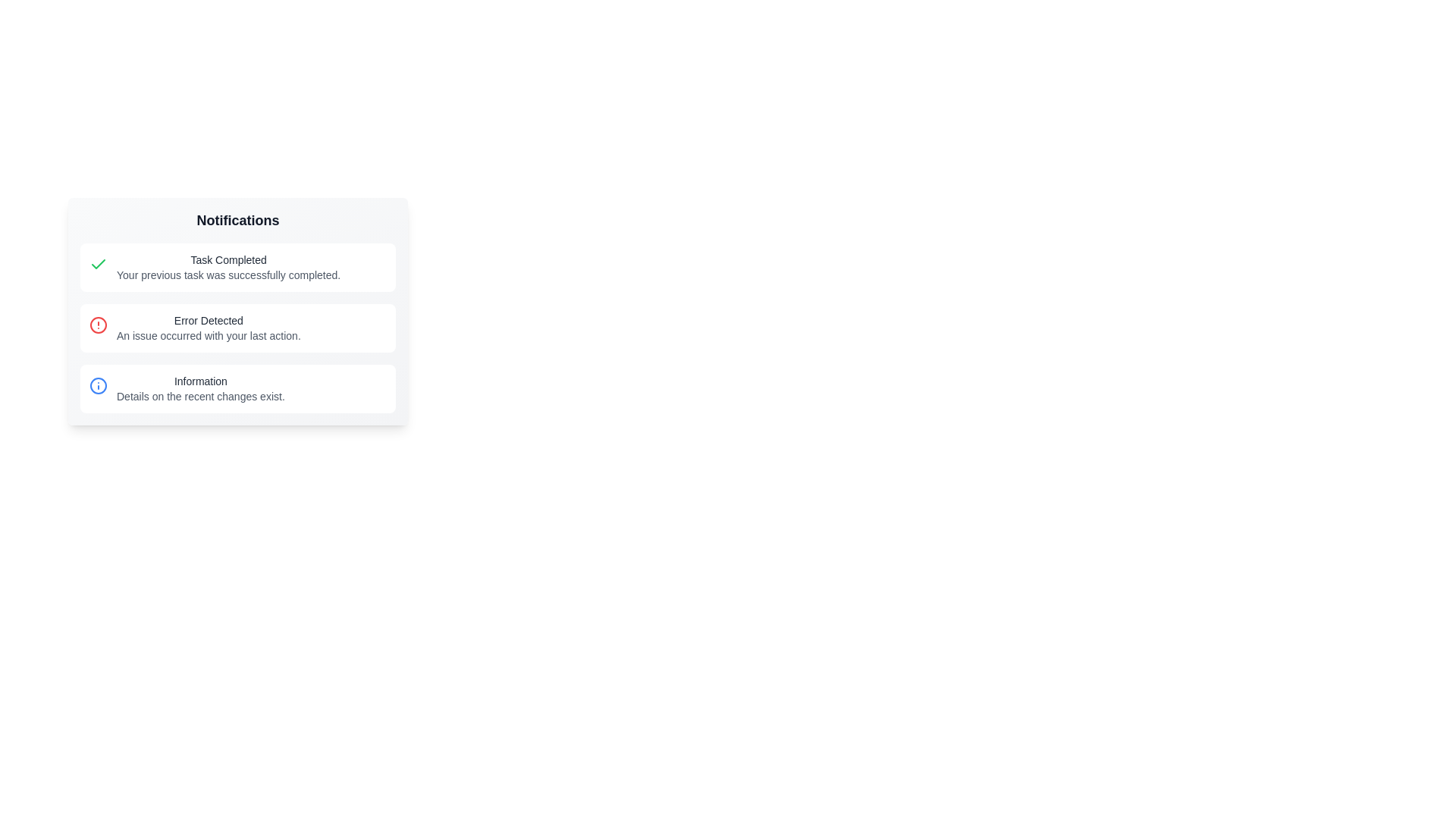  I want to click on notifications from the Notification group located below the 'Notifications' header, which contains multiple status notifications with icons and details, so click(237, 327).